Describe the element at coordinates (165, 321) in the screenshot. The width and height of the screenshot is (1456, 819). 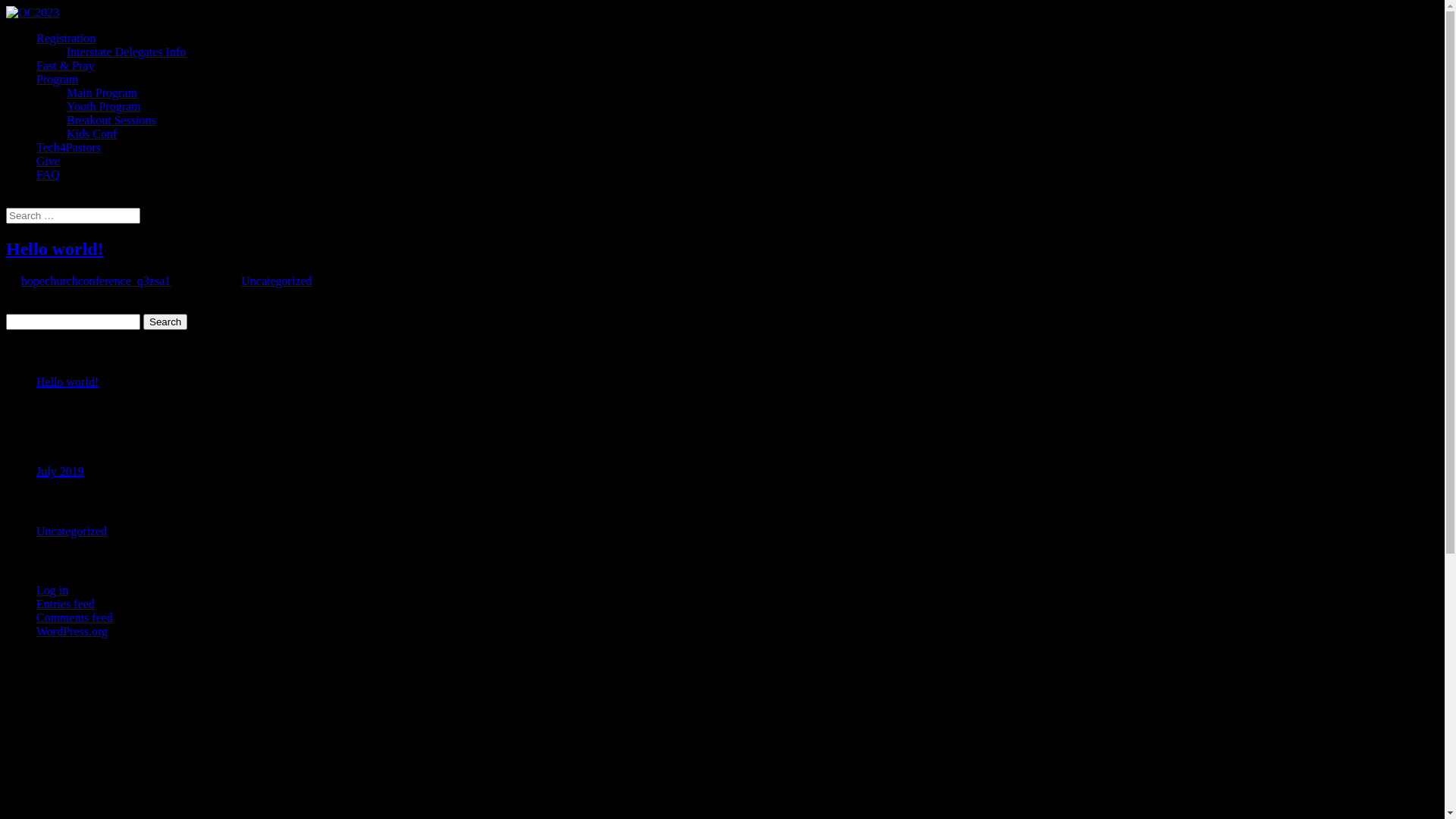
I see `'Search'` at that location.